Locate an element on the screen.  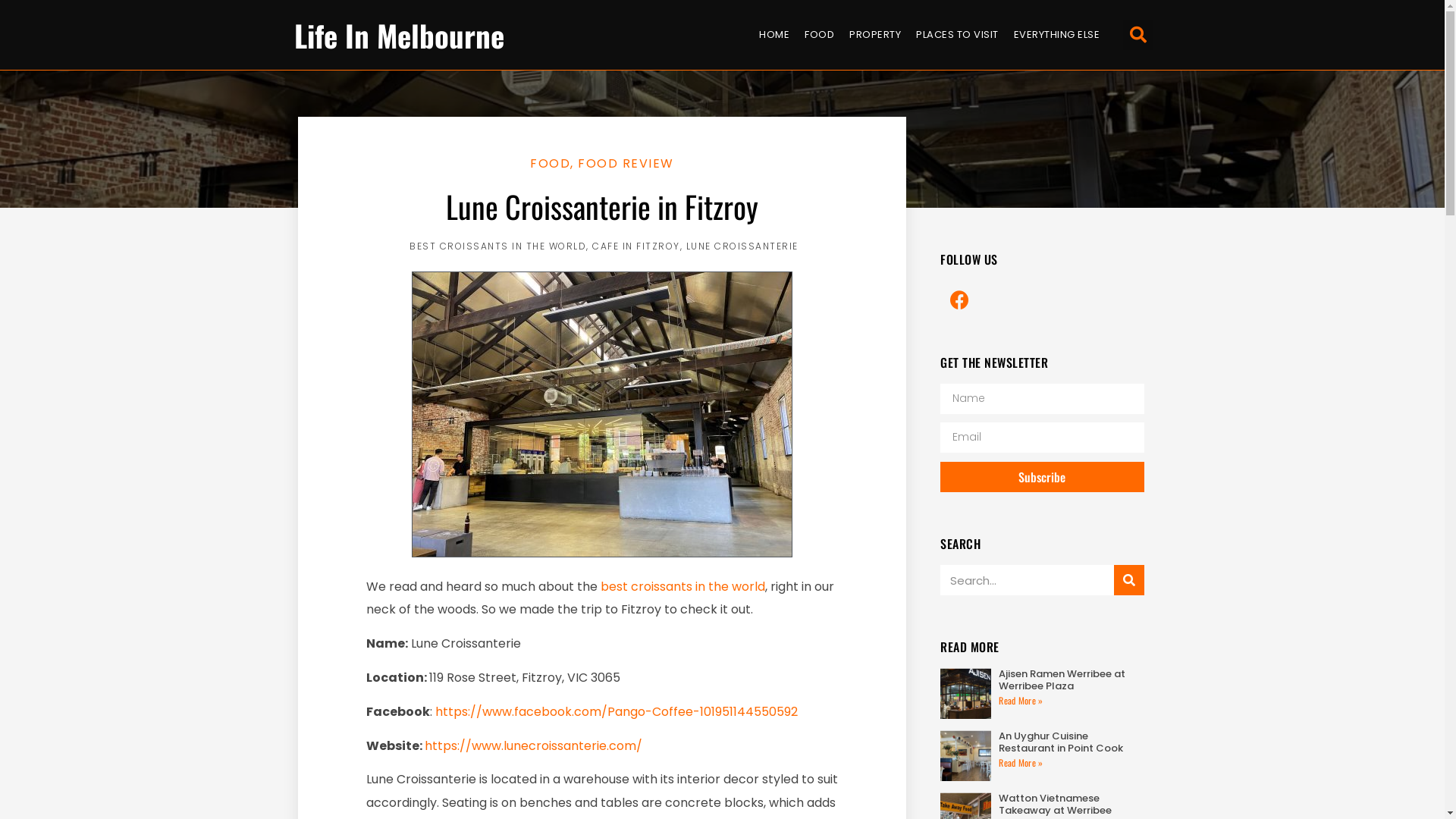
'PLACES TO VISIT' is located at coordinates (956, 34).